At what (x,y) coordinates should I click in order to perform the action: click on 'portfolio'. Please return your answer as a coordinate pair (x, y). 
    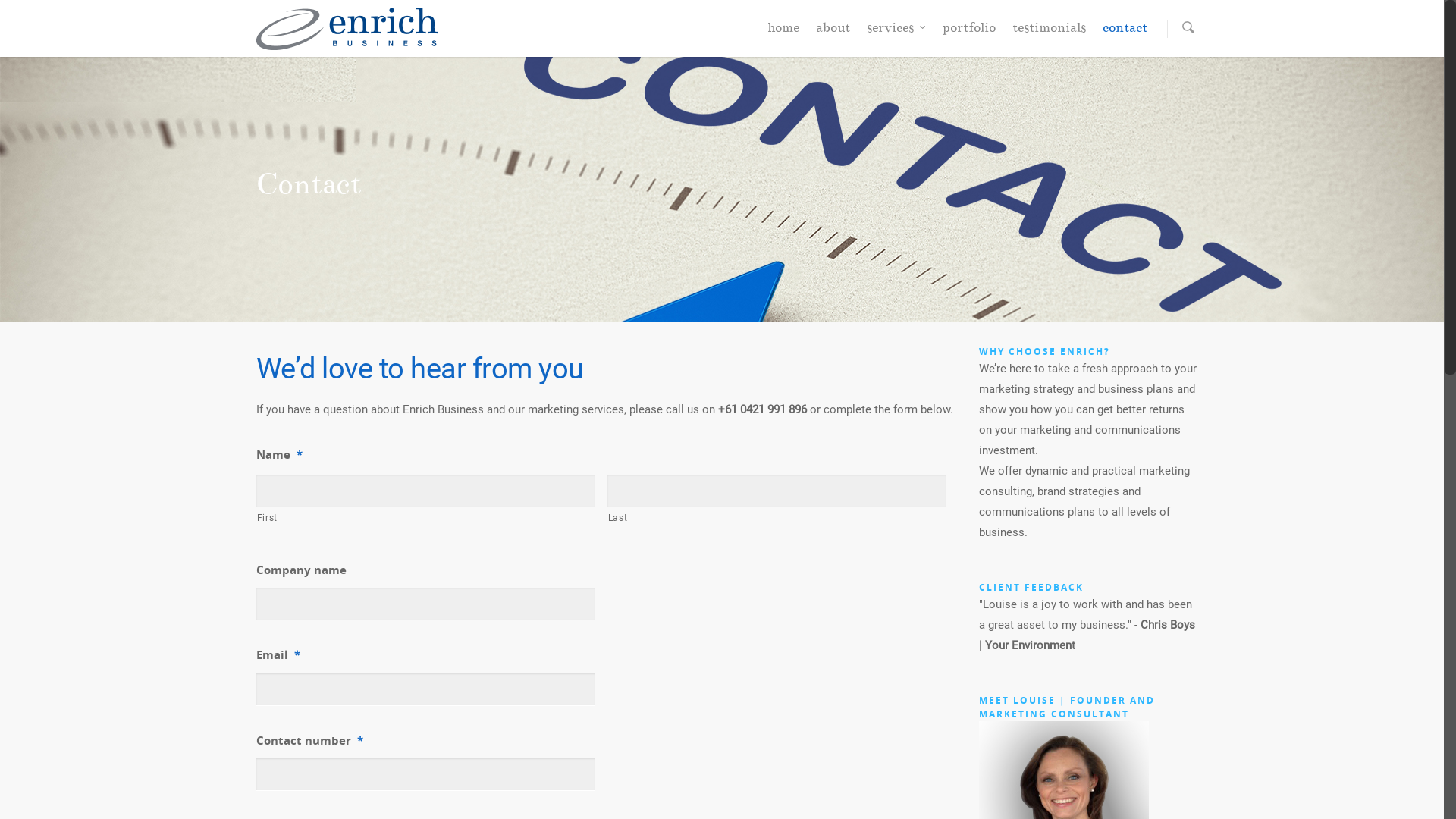
    Looking at the image, I should click on (934, 32).